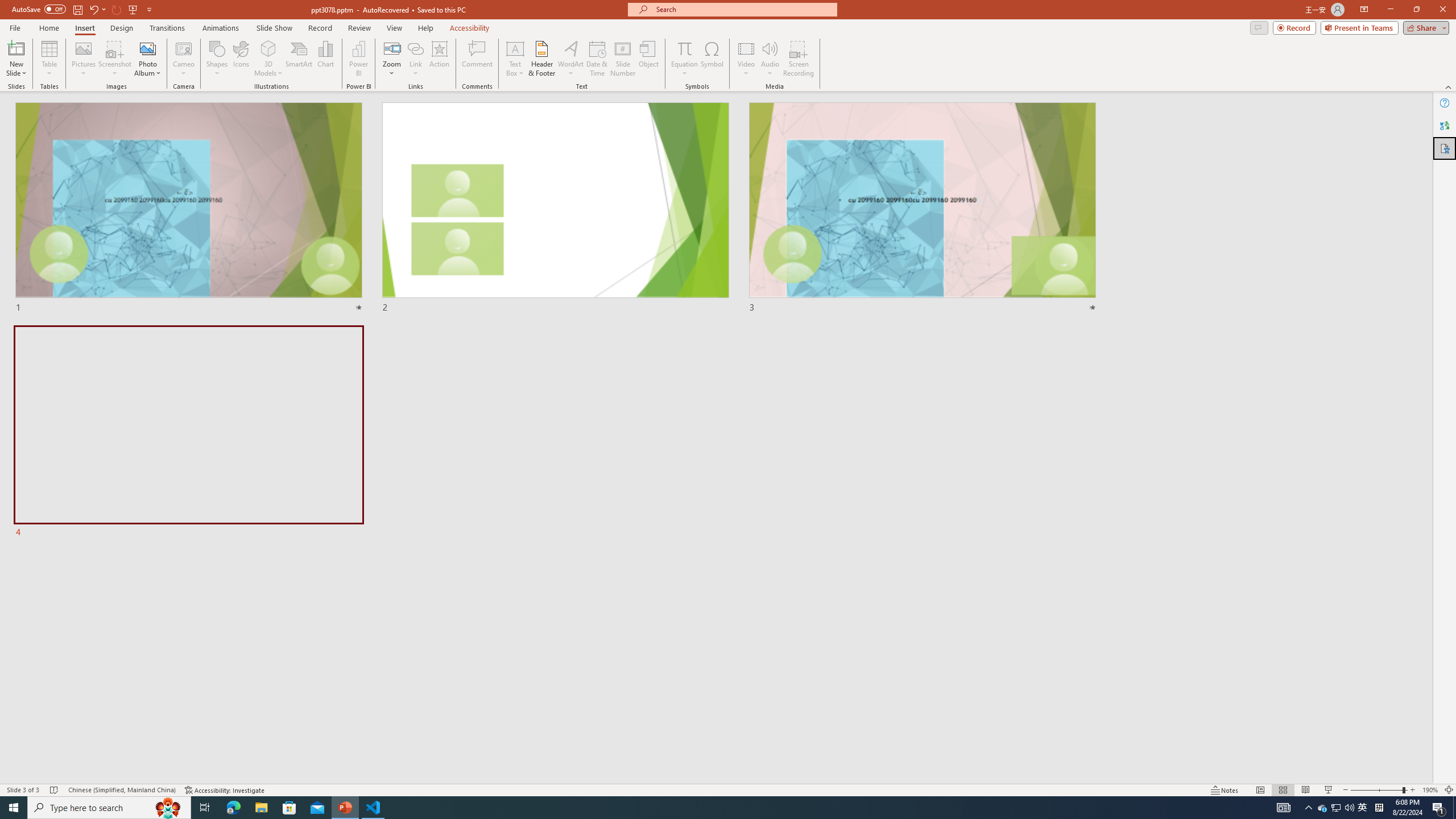 This screenshot has width=1456, height=819. Describe the element at coordinates (440, 59) in the screenshot. I see `'Action'` at that location.